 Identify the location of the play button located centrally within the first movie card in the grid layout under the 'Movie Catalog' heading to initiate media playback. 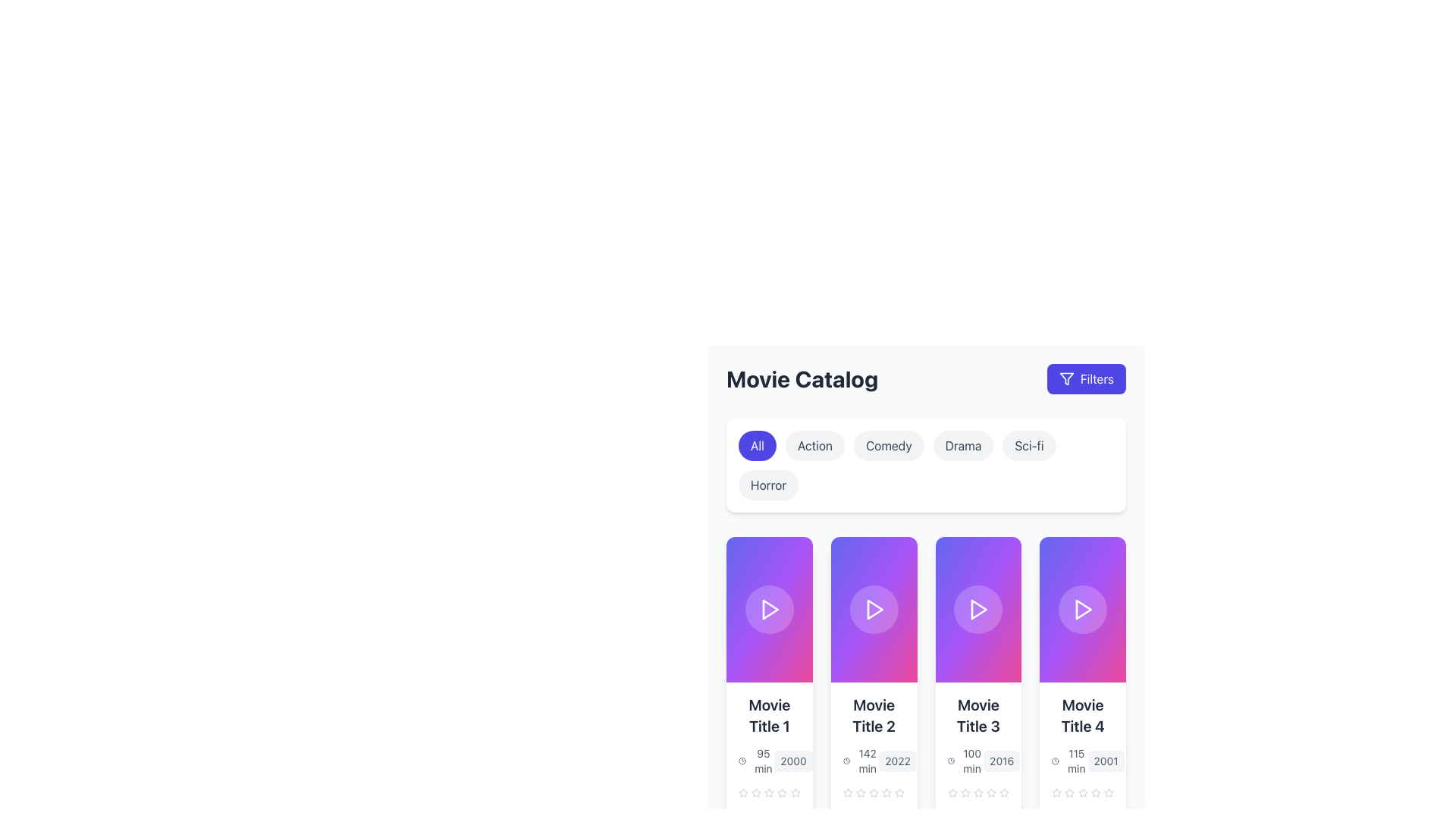
(769, 608).